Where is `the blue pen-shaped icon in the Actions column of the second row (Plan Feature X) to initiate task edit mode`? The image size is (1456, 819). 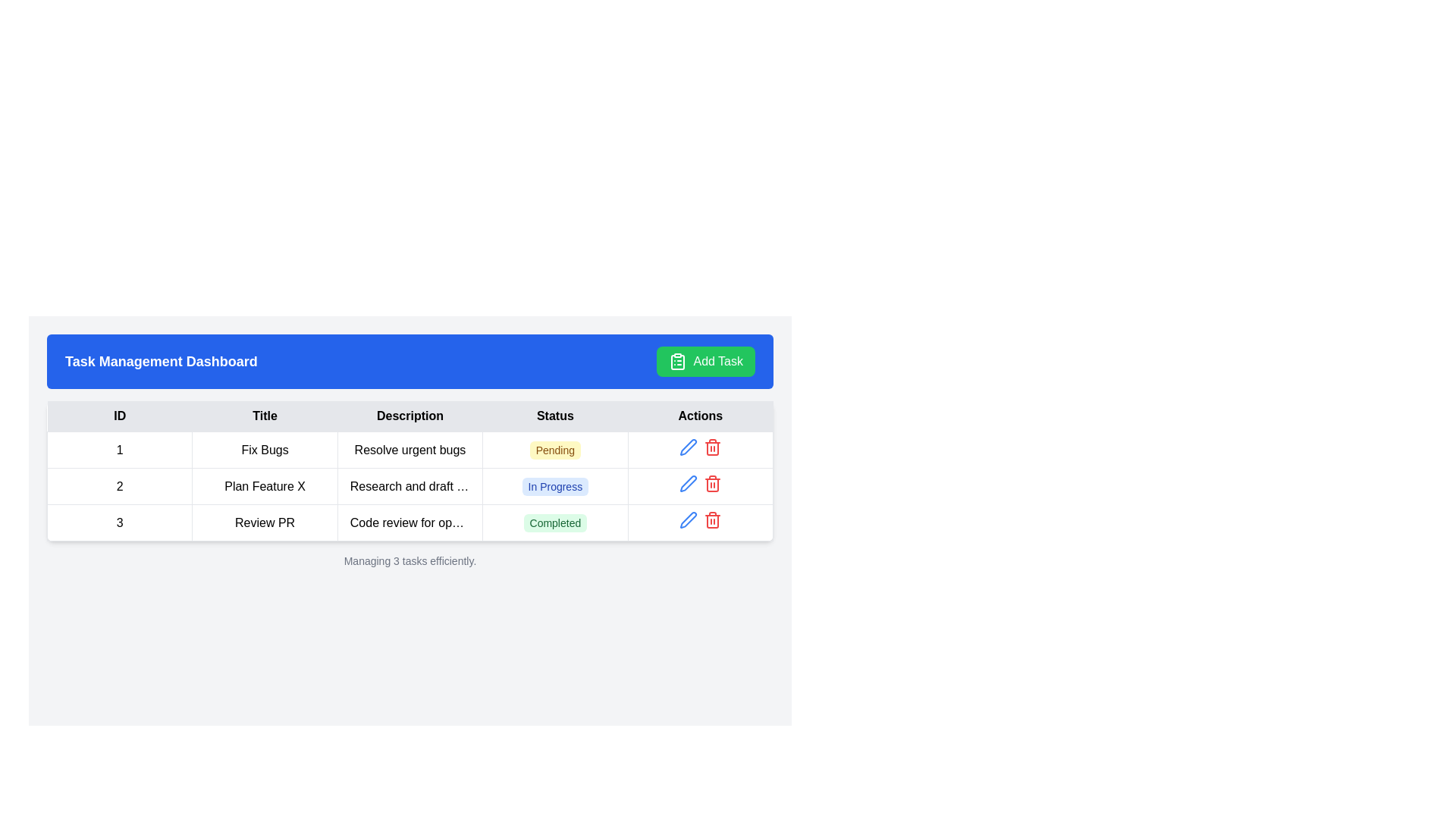
the blue pen-shaped icon in the Actions column of the second row (Plan Feature X) to initiate task edit mode is located at coordinates (687, 519).